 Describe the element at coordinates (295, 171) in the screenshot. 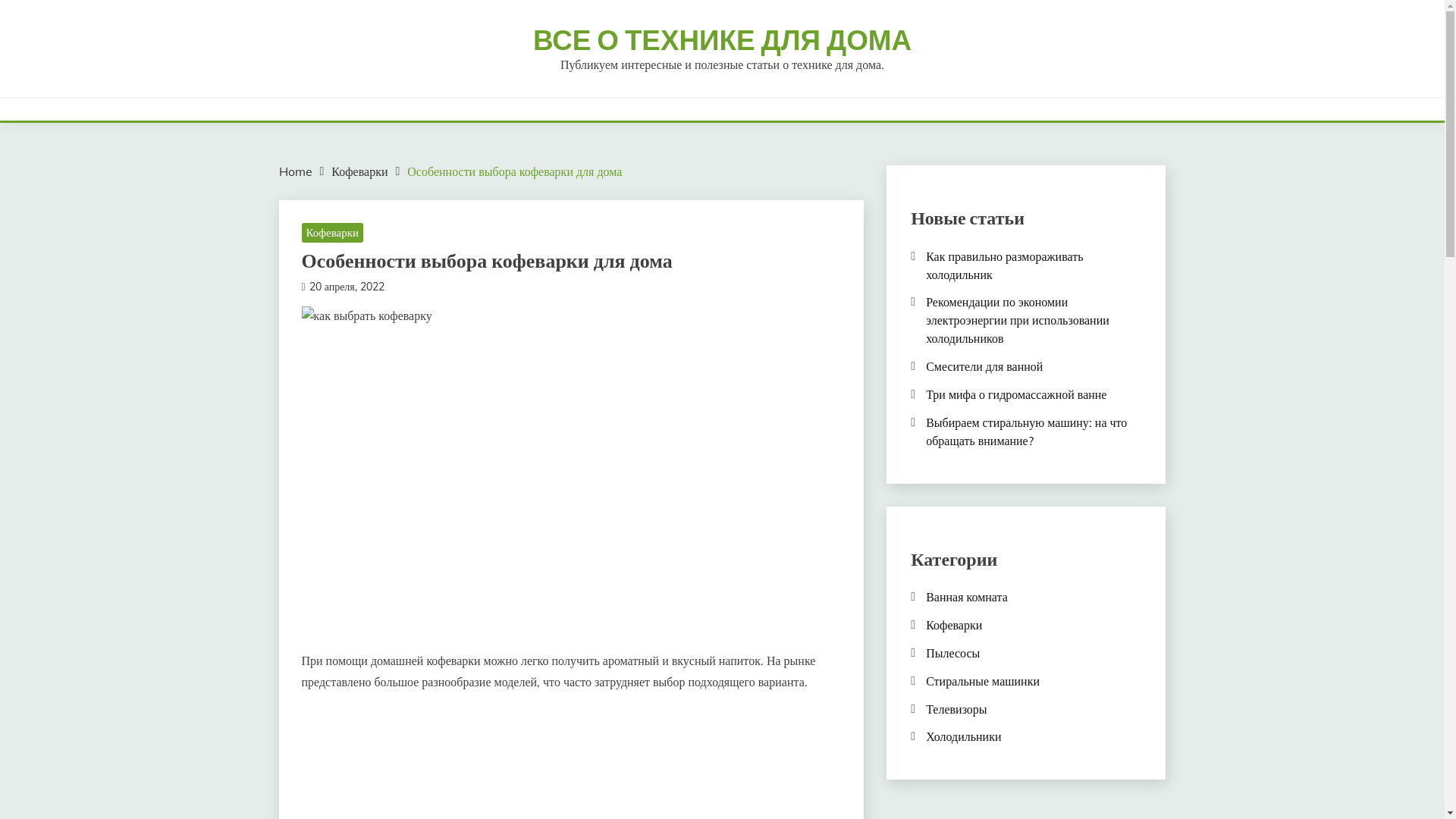

I see `'Home'` at that location.